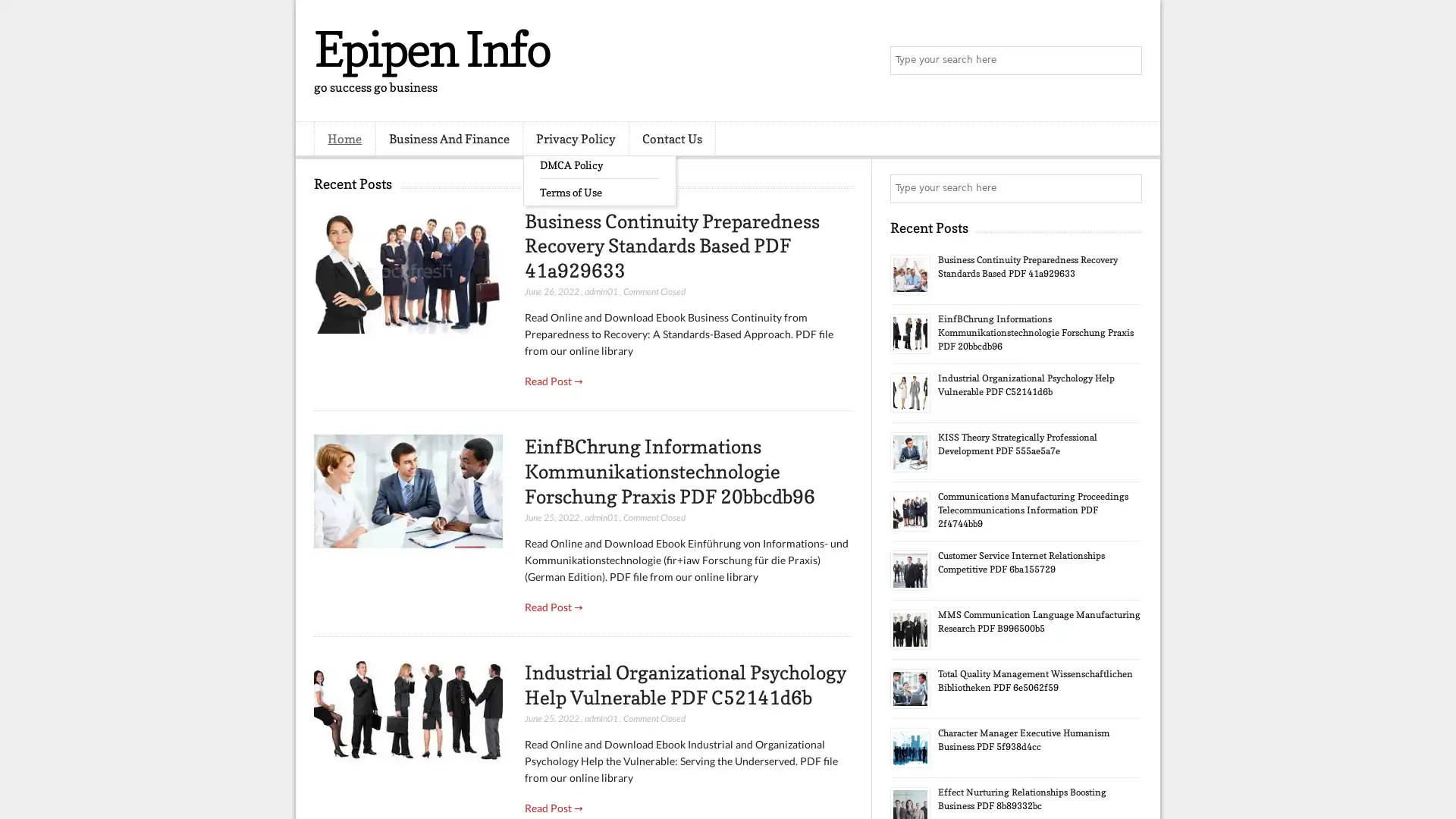 Image resolution: width=1456 pixels, height=819 pixels. I want to click on Search, so click(1126, 188).